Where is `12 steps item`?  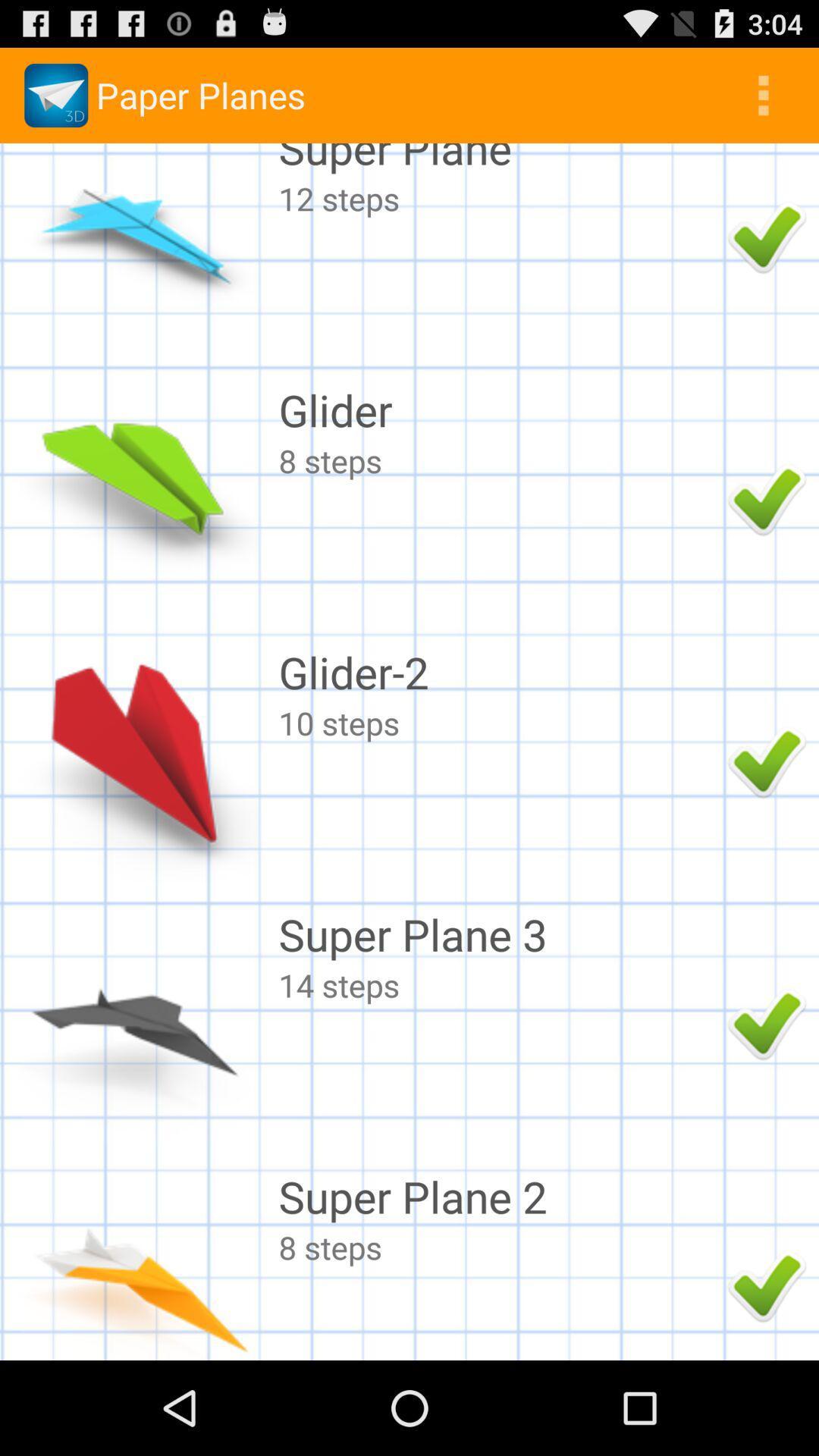
12 steps item is located at coordinates (499, 197).